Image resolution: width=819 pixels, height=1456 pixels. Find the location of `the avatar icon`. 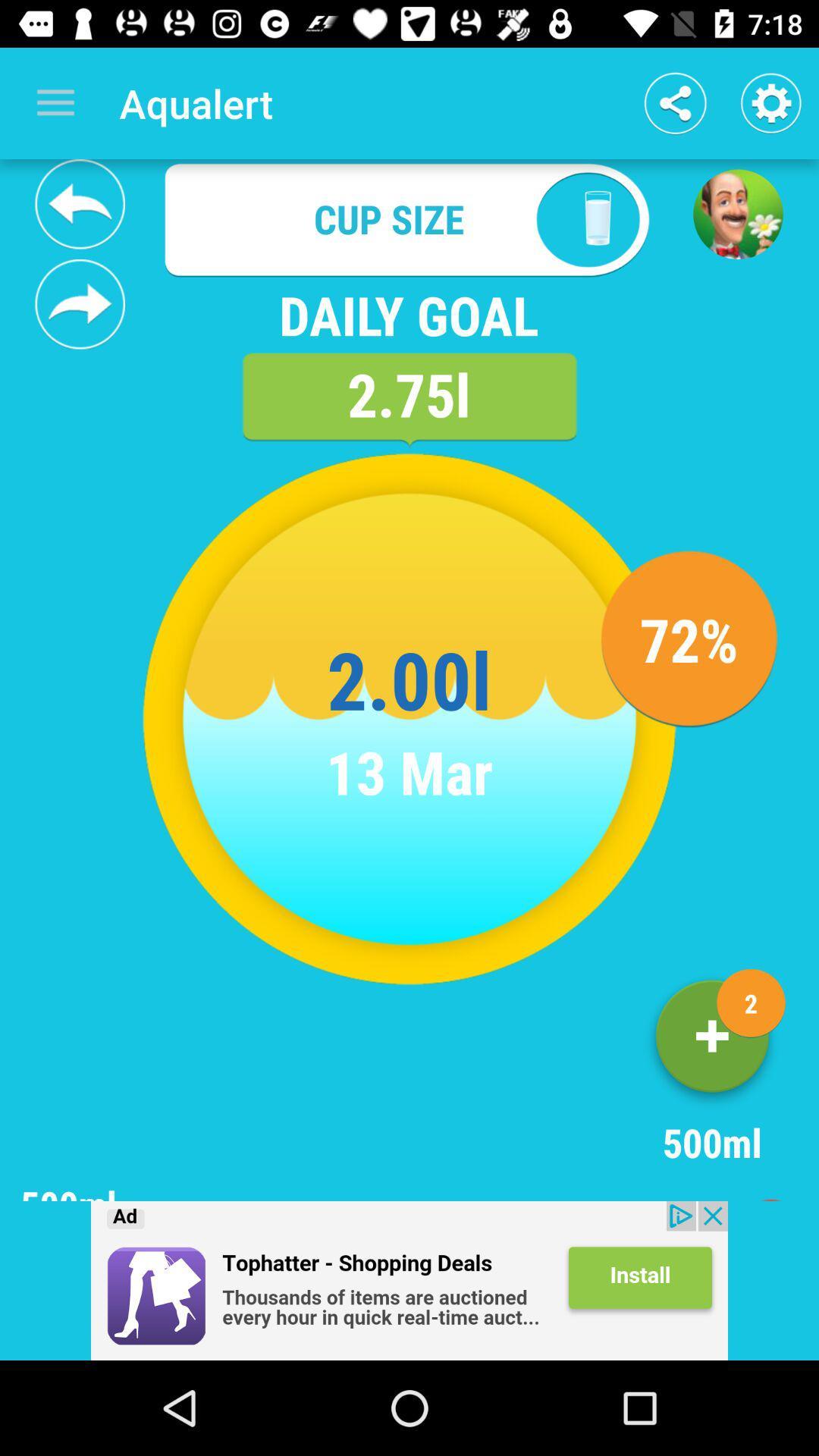

the avatar icon is located at coordinates (737, 213).